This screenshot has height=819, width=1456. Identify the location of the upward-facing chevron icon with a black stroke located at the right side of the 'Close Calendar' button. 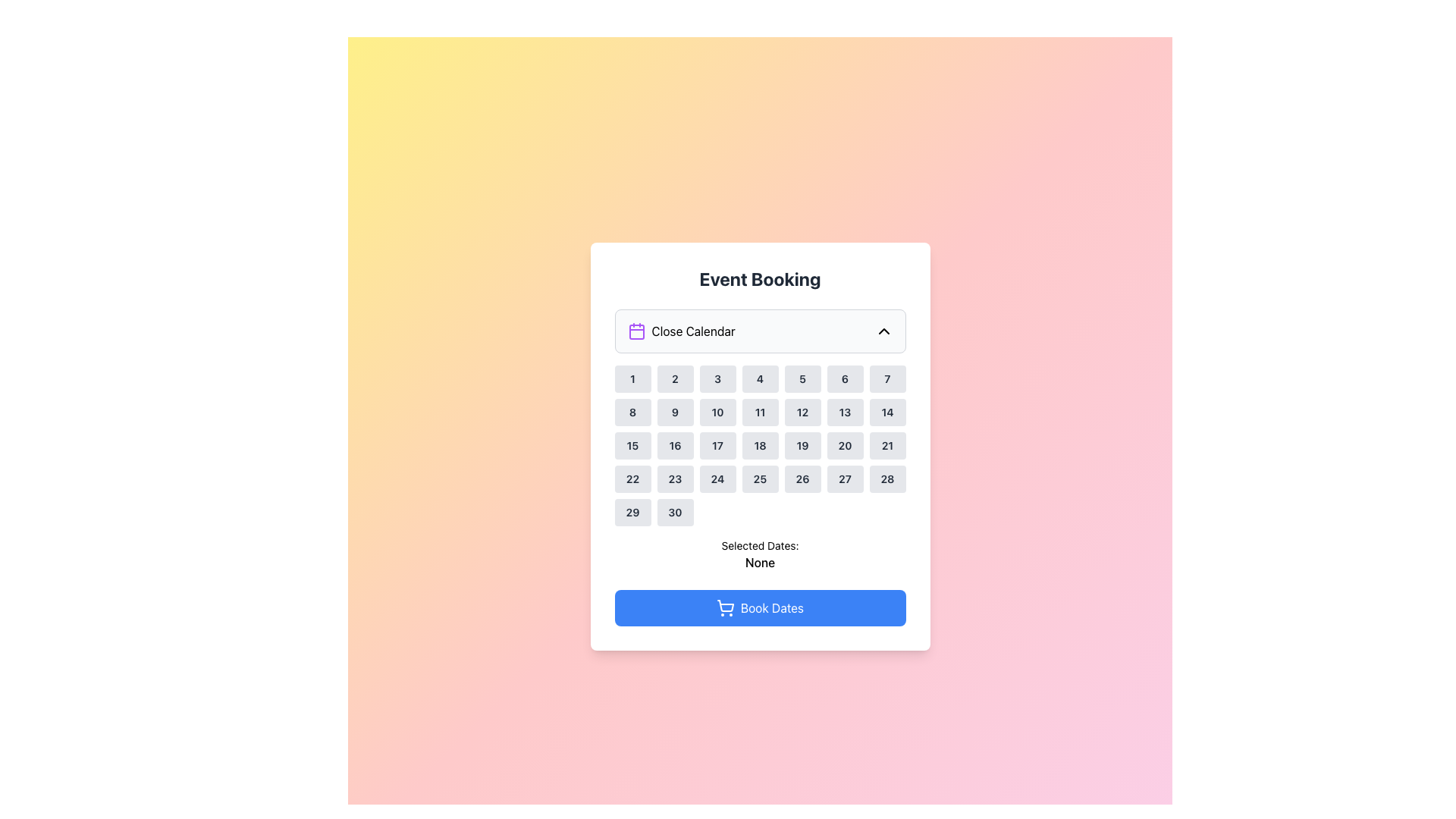
(883, 330).